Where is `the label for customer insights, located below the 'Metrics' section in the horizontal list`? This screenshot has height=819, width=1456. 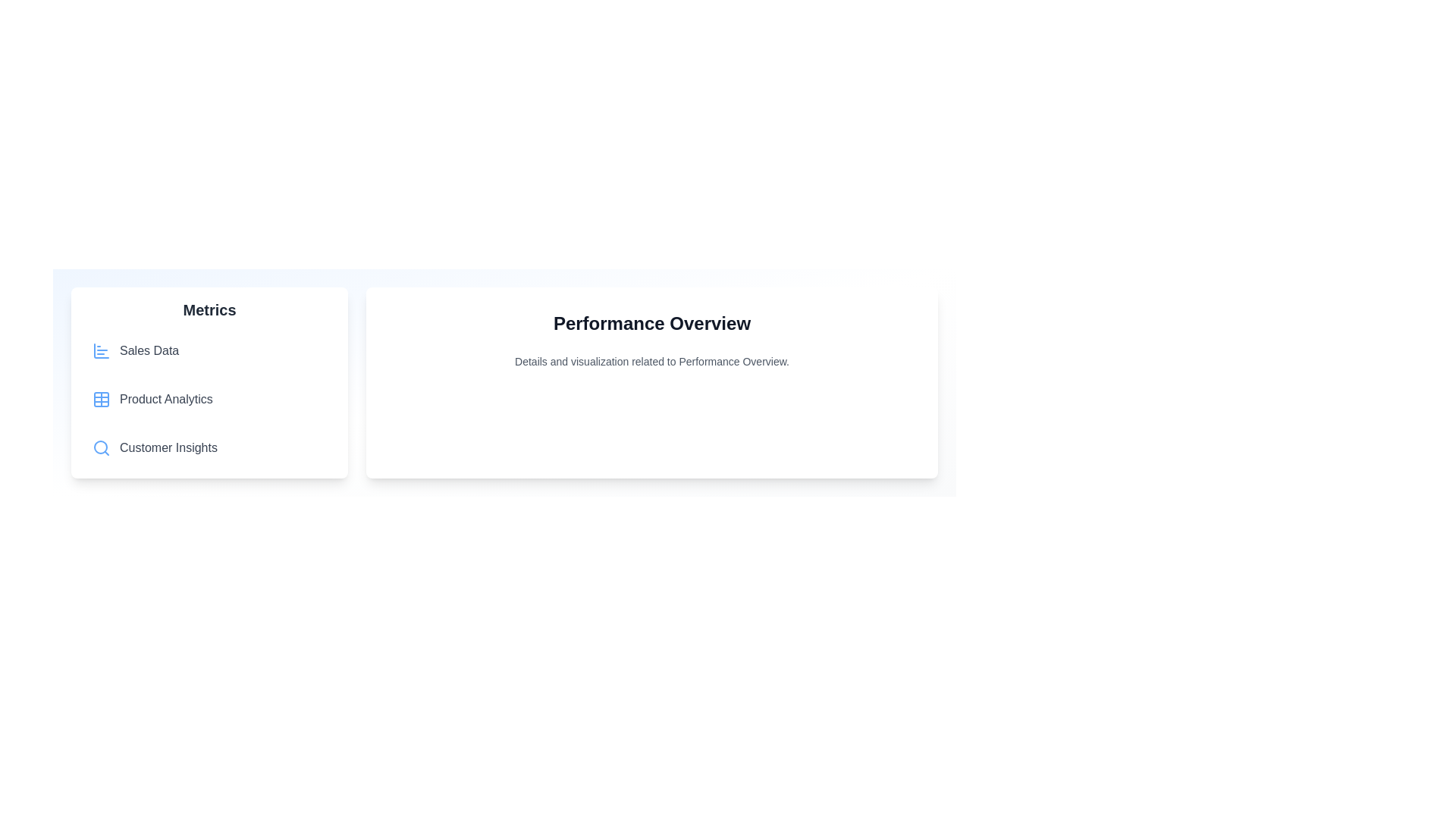 the label for customer insights, located below the 'Metrics' section in the horizontal list is located at coordinates (168, 447).